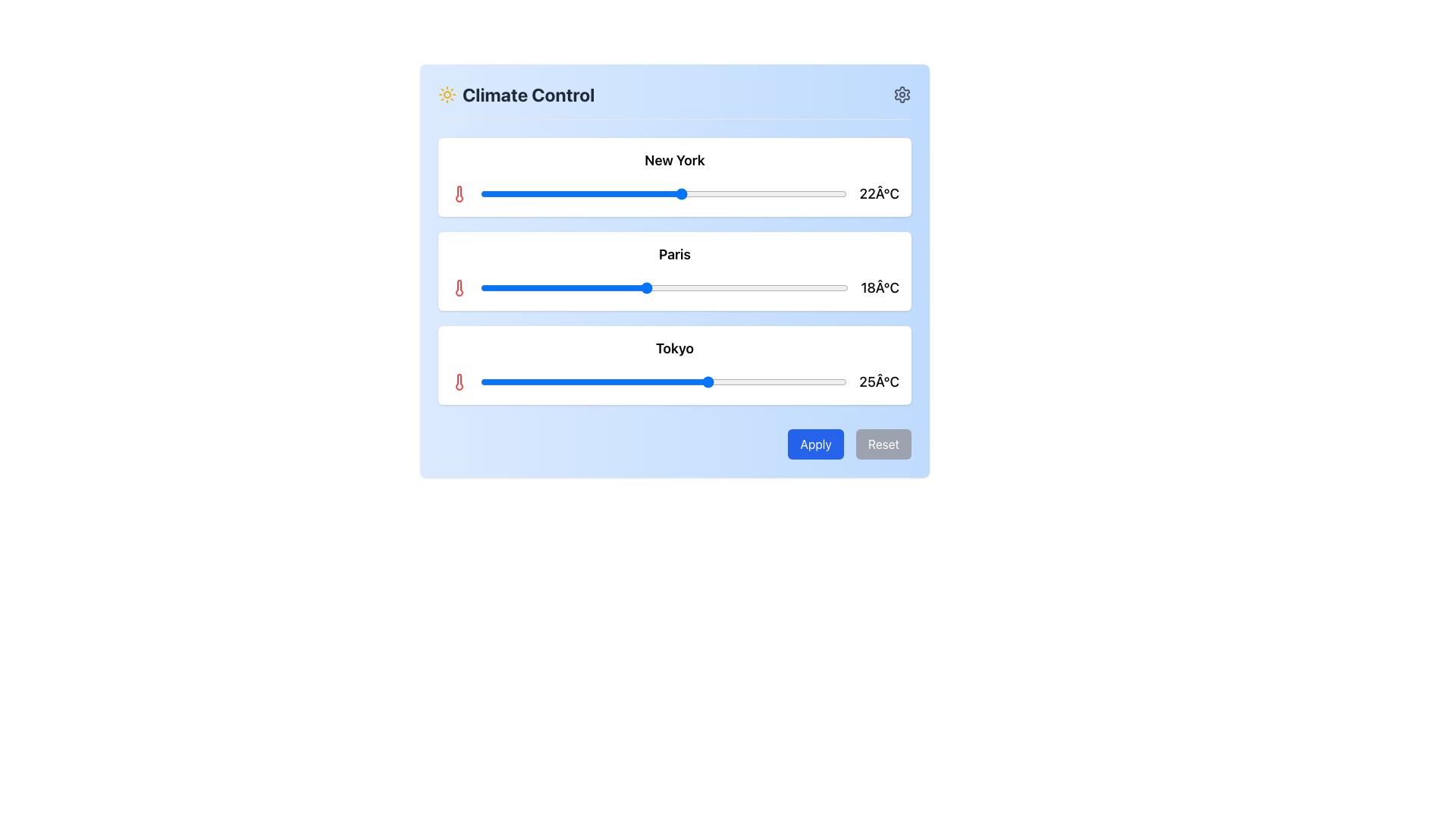 This screenshot has width=1456, height=819. What do you see at coordinates (709, 381) in the screenshot?
I see `the Tokyo temperature` at bounding box center [709, 381].